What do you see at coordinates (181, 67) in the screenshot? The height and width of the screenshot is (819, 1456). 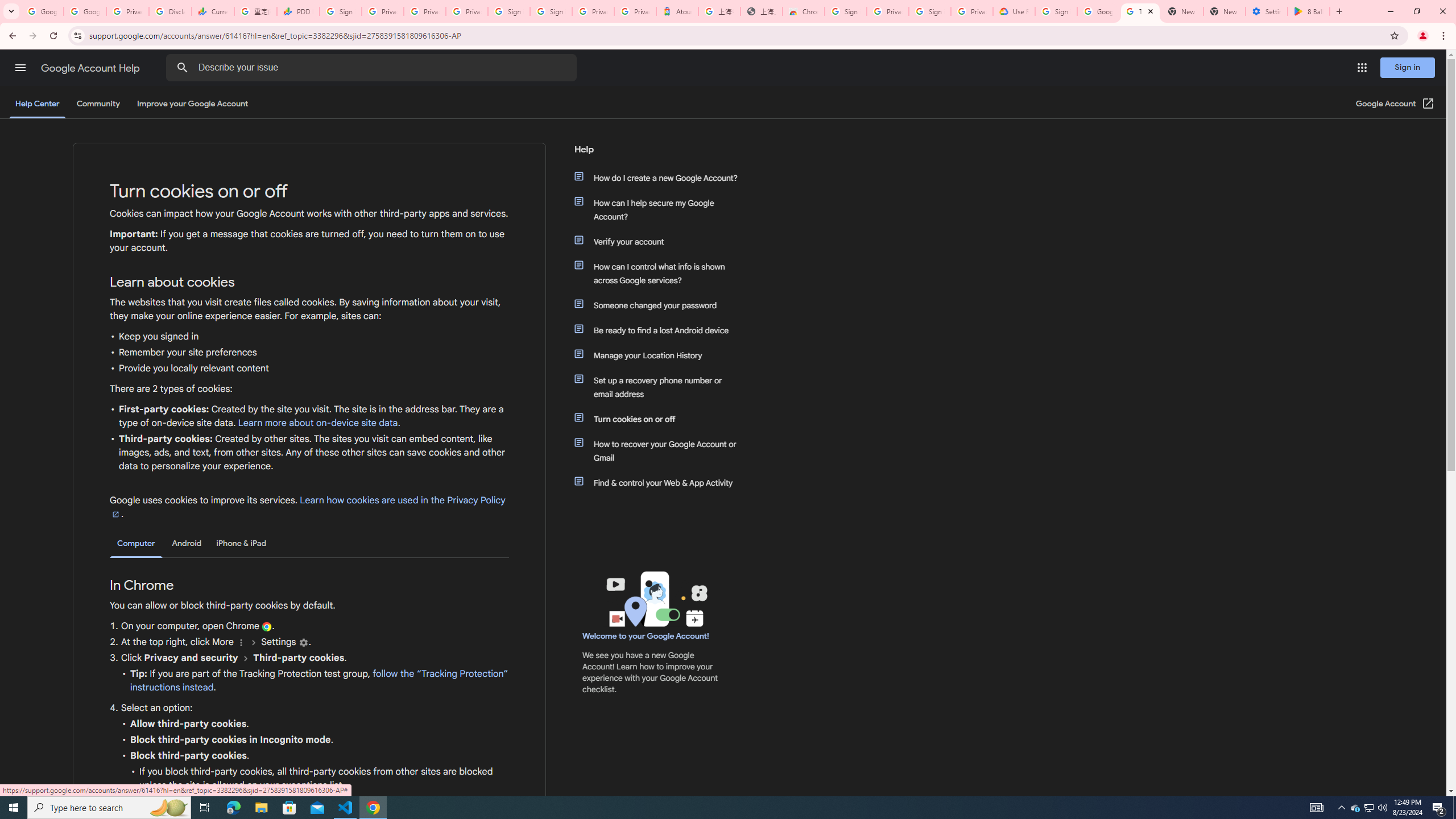 I see `'Search Help Center'` at bounding box center [181, 67].